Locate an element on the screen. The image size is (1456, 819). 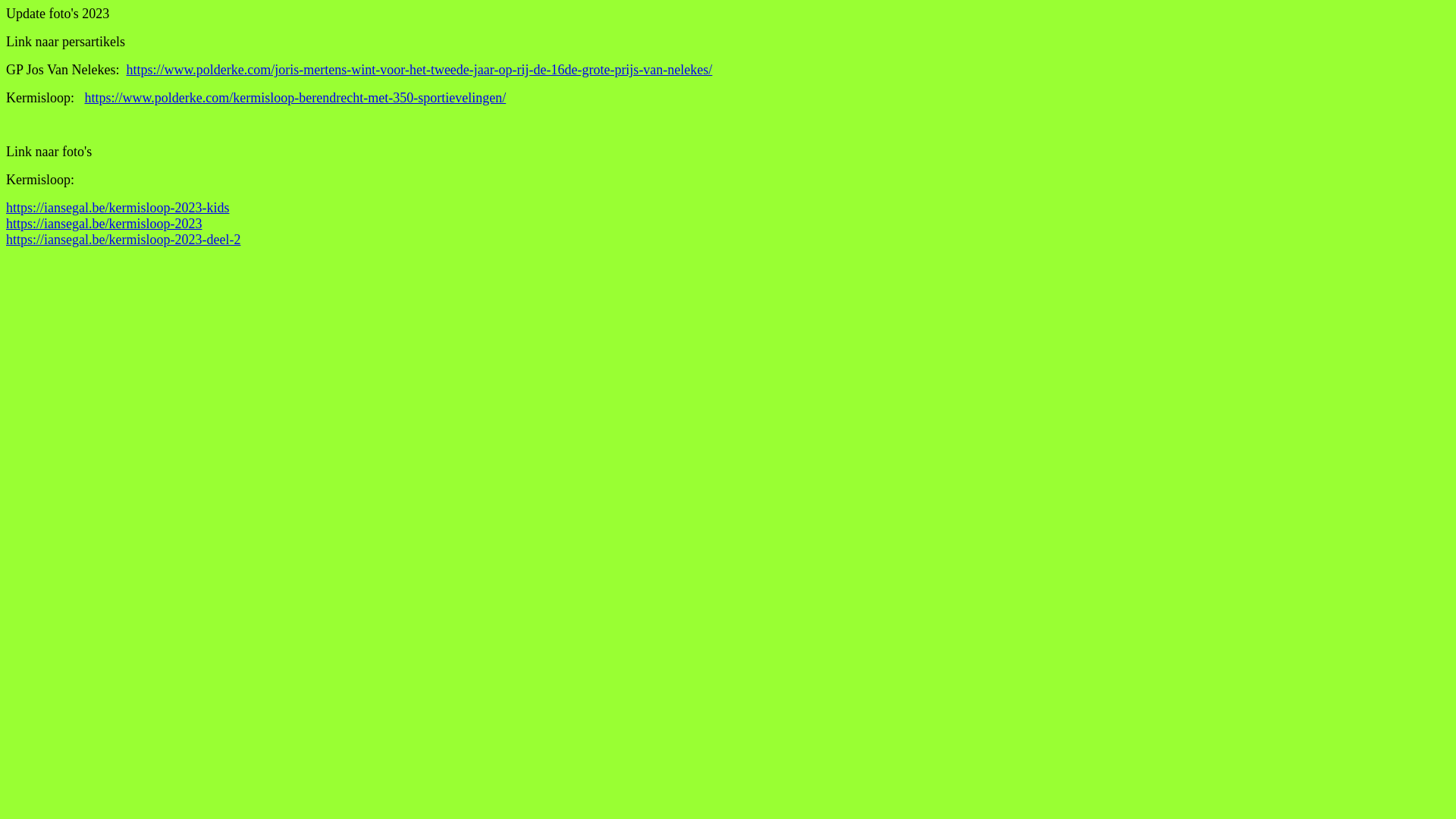
'https://iansegal.be/kermisloop-2023' is located at coordinates (103, 224).